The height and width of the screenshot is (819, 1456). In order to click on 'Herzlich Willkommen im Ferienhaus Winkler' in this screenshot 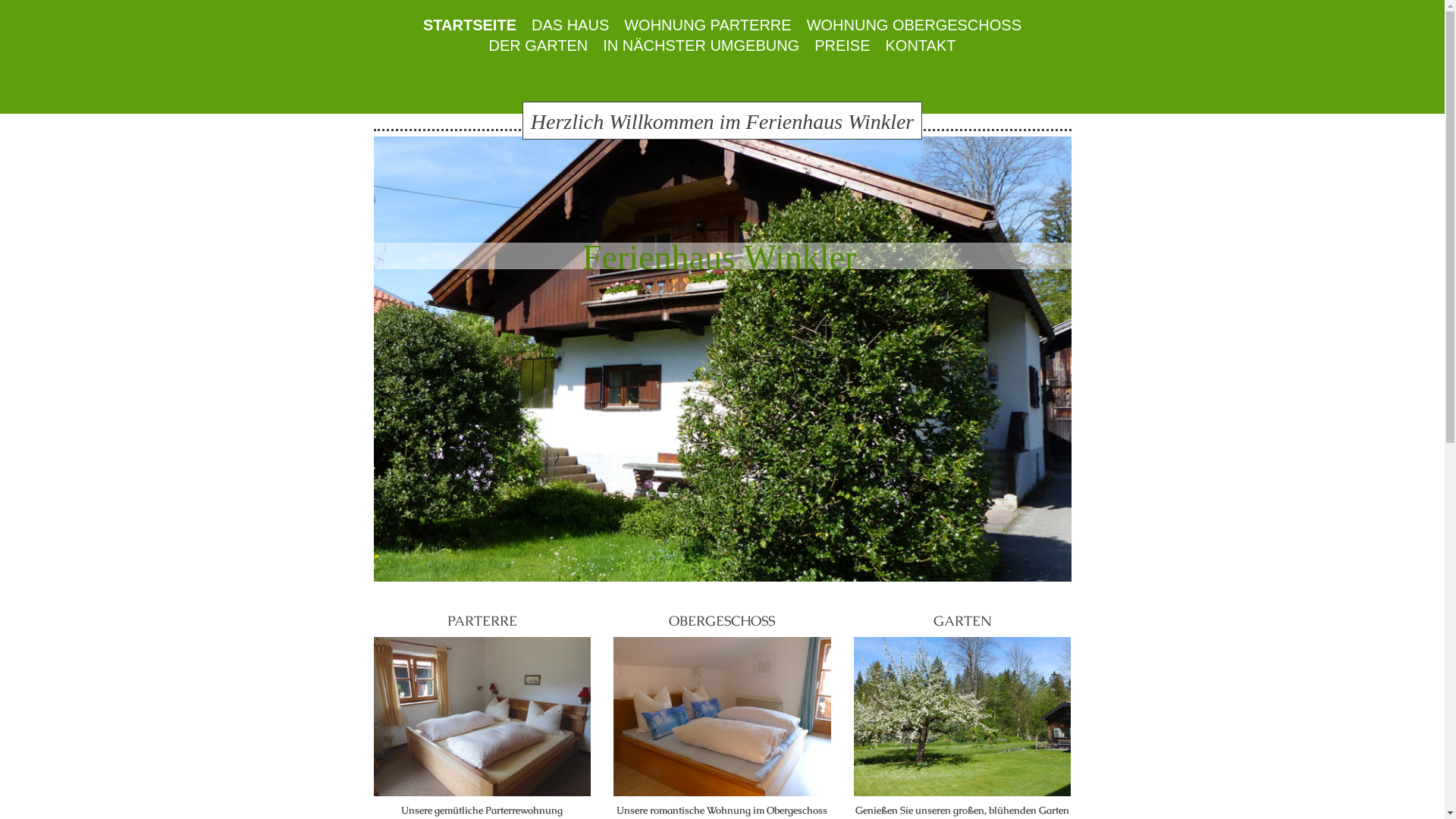, I will do `click(721, 119)`.